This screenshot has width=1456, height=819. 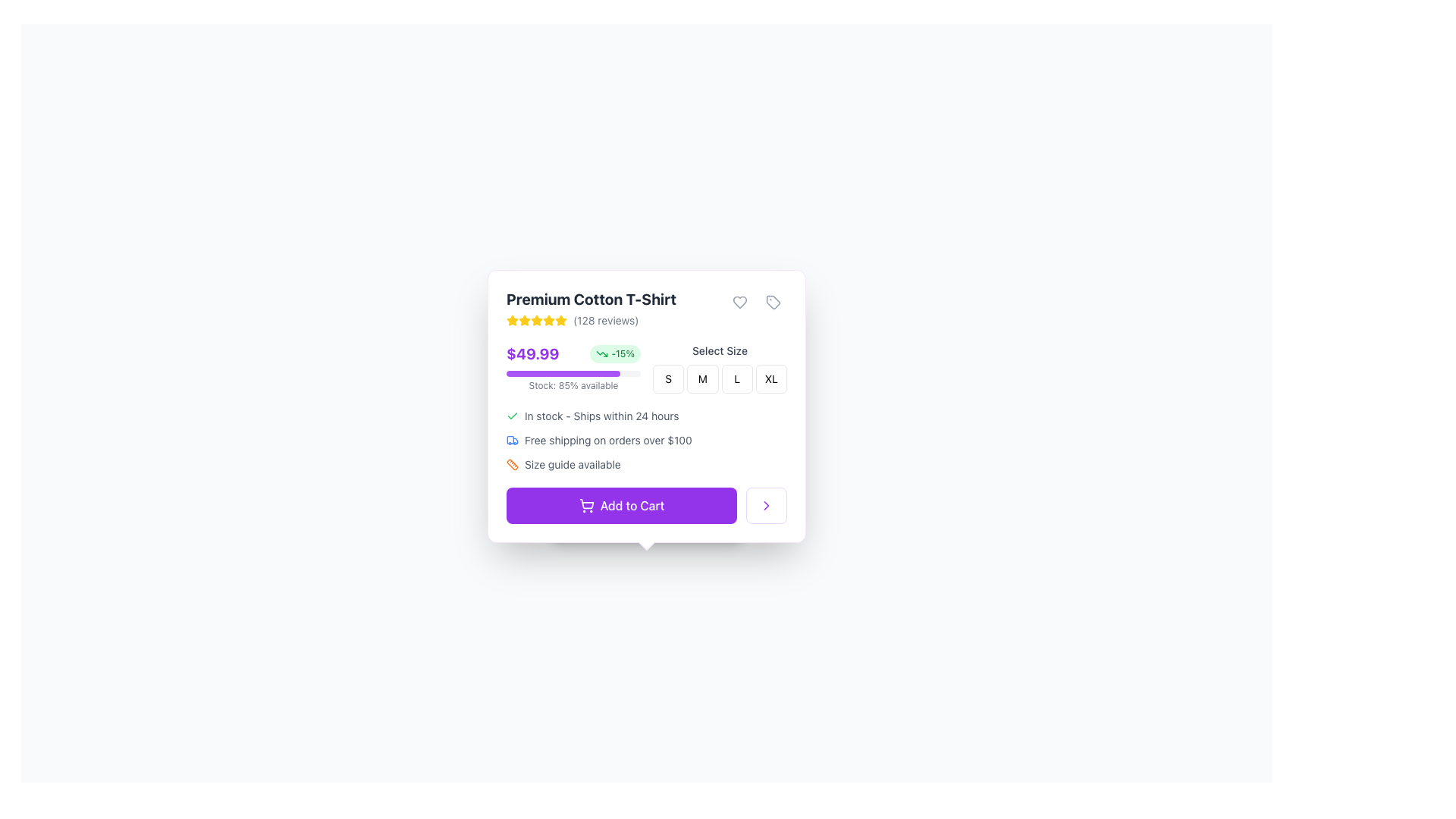 What do you see at coordinates (513, 464) in the screenshot?
I see `the orange ruler icon located to the left of the 'Size guide available' label in the content card` at bounding box center [513, 464].